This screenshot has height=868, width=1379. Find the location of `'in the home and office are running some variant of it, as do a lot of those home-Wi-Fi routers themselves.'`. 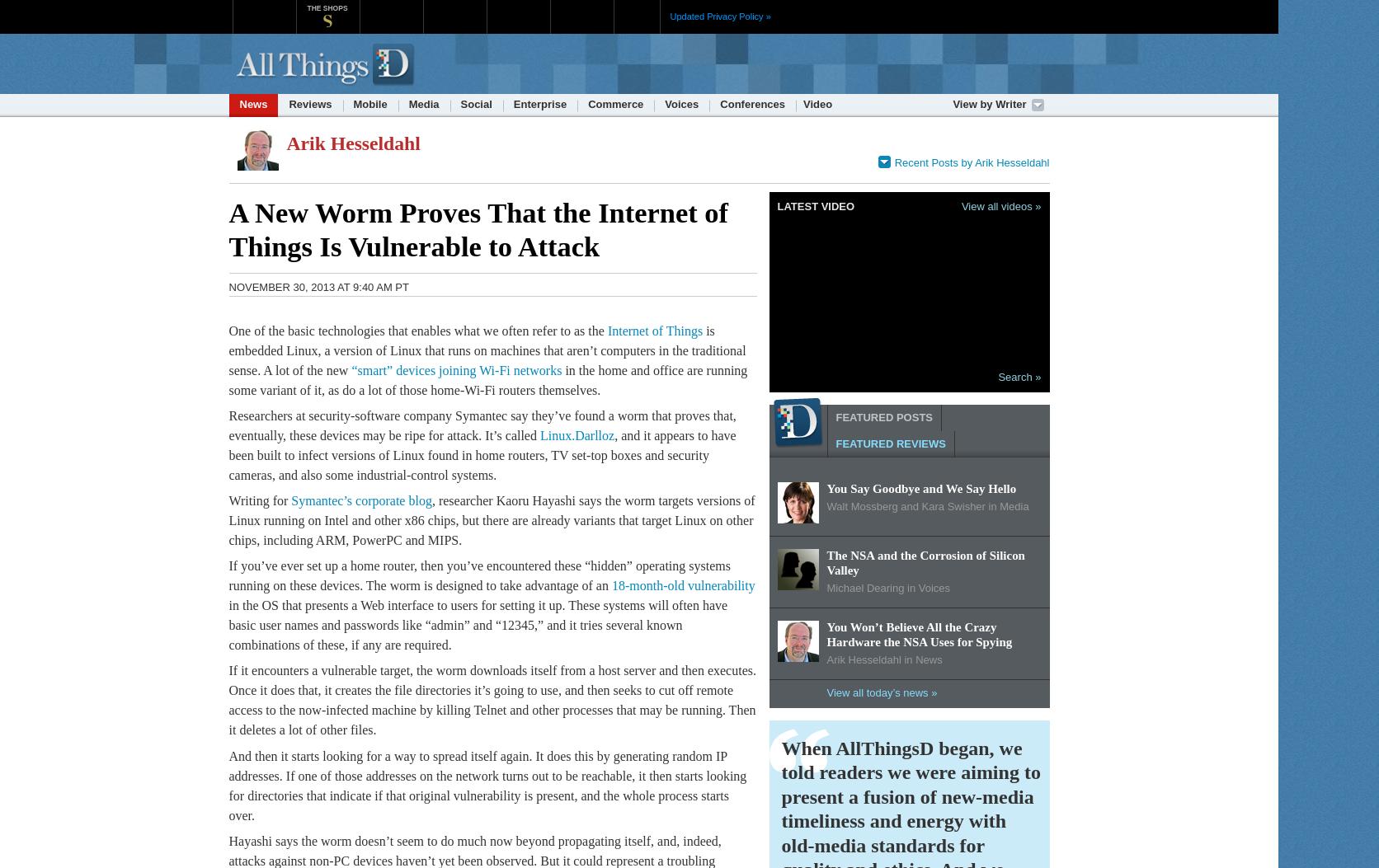

'in the home and office are running some variant of it, as do a lot of those home-Wi-Fi routers themselves.' is located at coordinates (487, 378).